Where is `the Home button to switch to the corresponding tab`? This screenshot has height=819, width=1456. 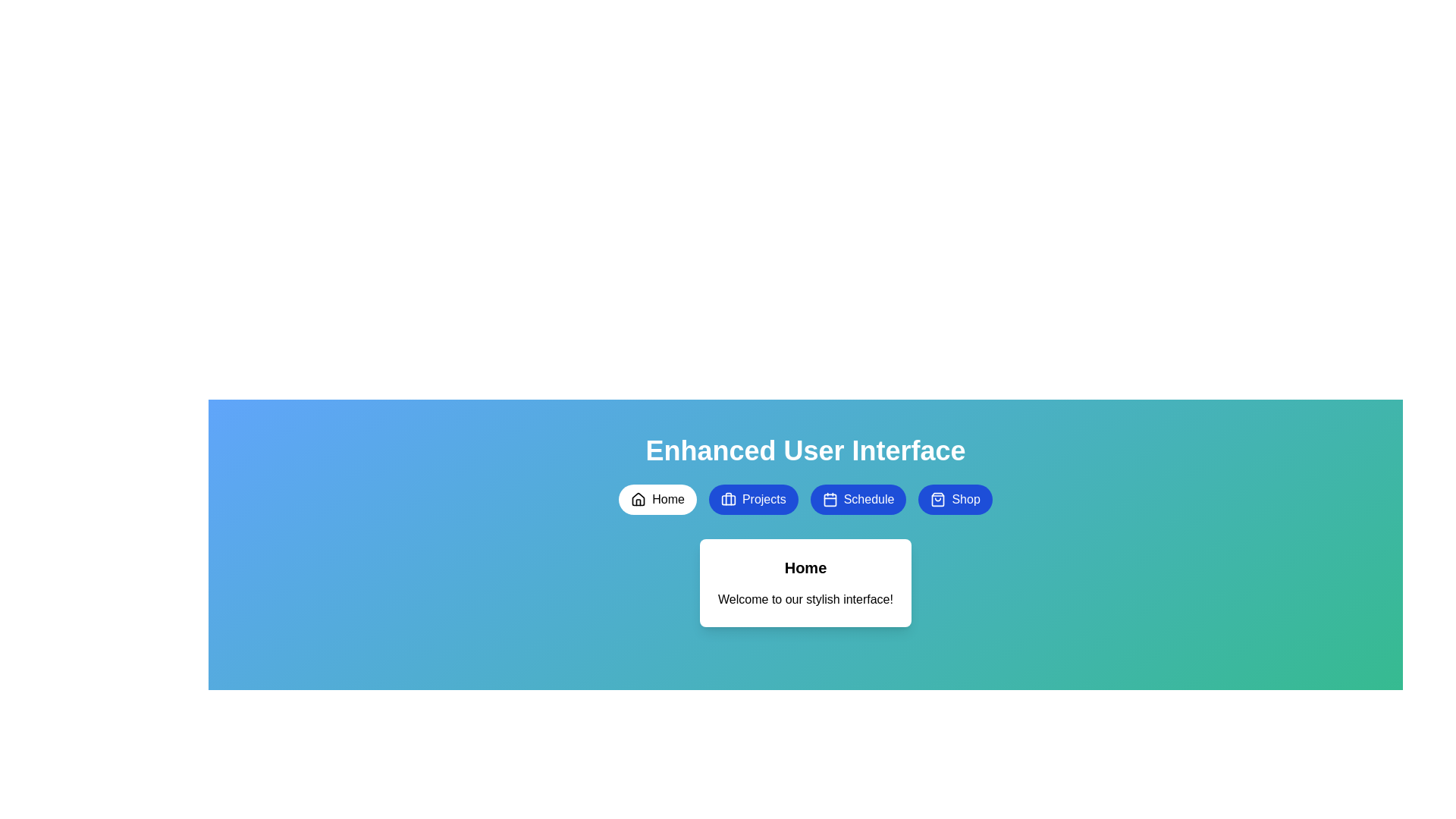 the Home button to switch to the corresponding tab is located at coordinates (657, 500).